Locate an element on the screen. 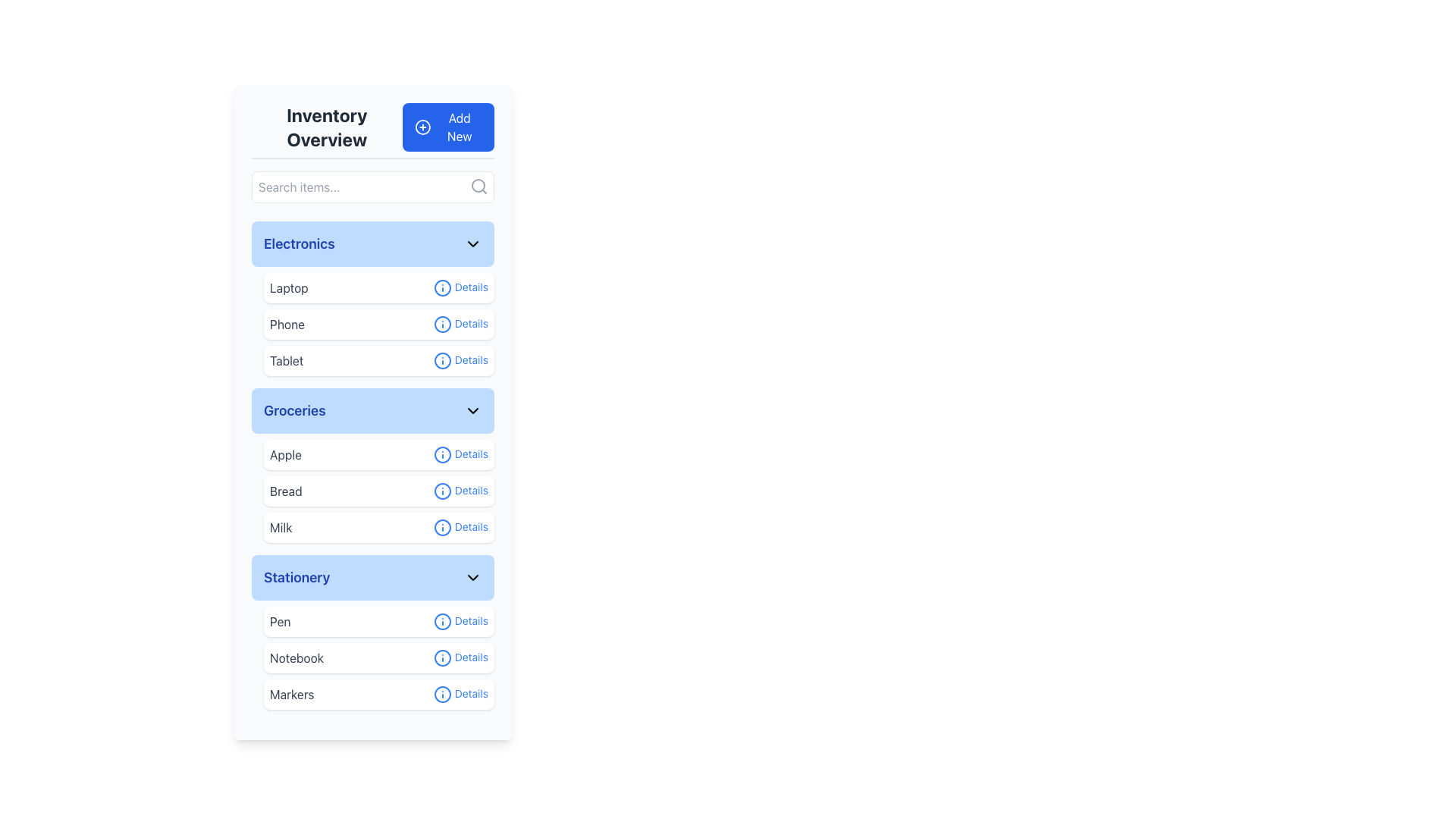 Image resolution: width=1456 pixels, height=819 pixels. the circular SVG graphical element representing an icon, which is part of the information symbol next to the list item for 'Laptop' is located at coordinates (441, 288).